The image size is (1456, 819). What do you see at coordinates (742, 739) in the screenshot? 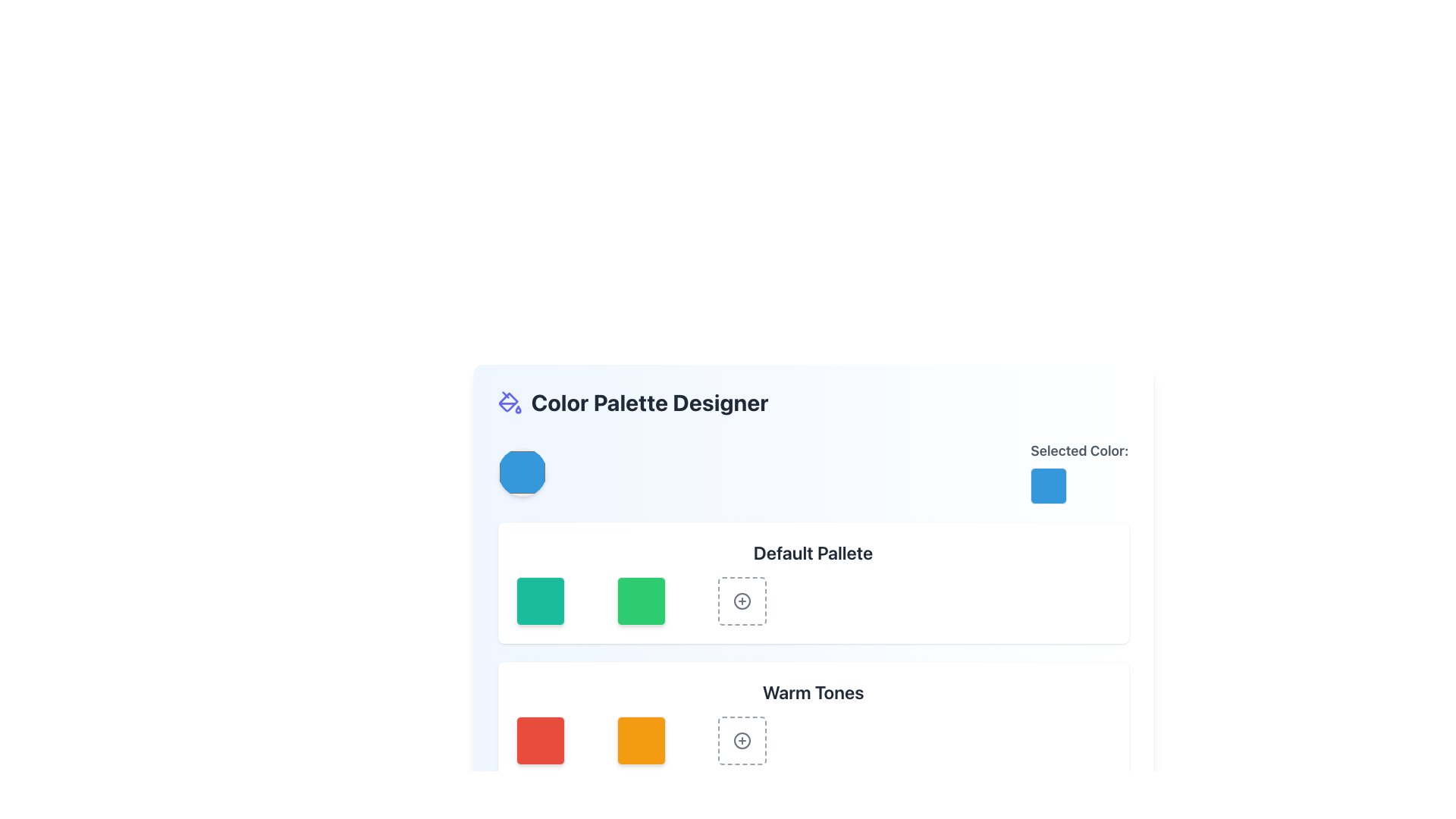
I see `the circular outline of the 'Warm Tones' icon in the color palette grid, which represents the add action feature` at bounding box center [742, 739].